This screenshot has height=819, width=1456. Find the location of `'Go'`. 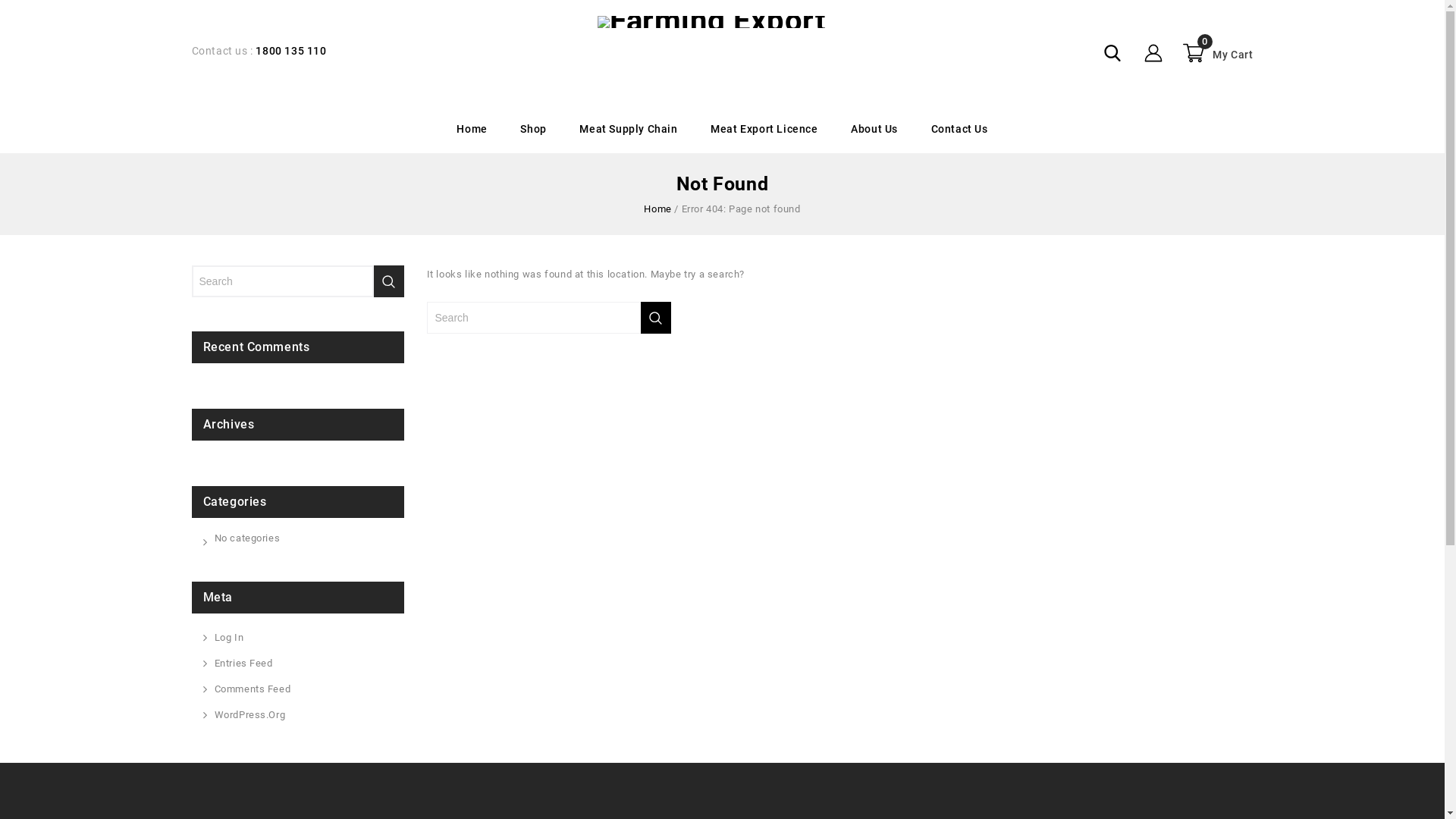

'Go' is located at coordinates (640, 317).